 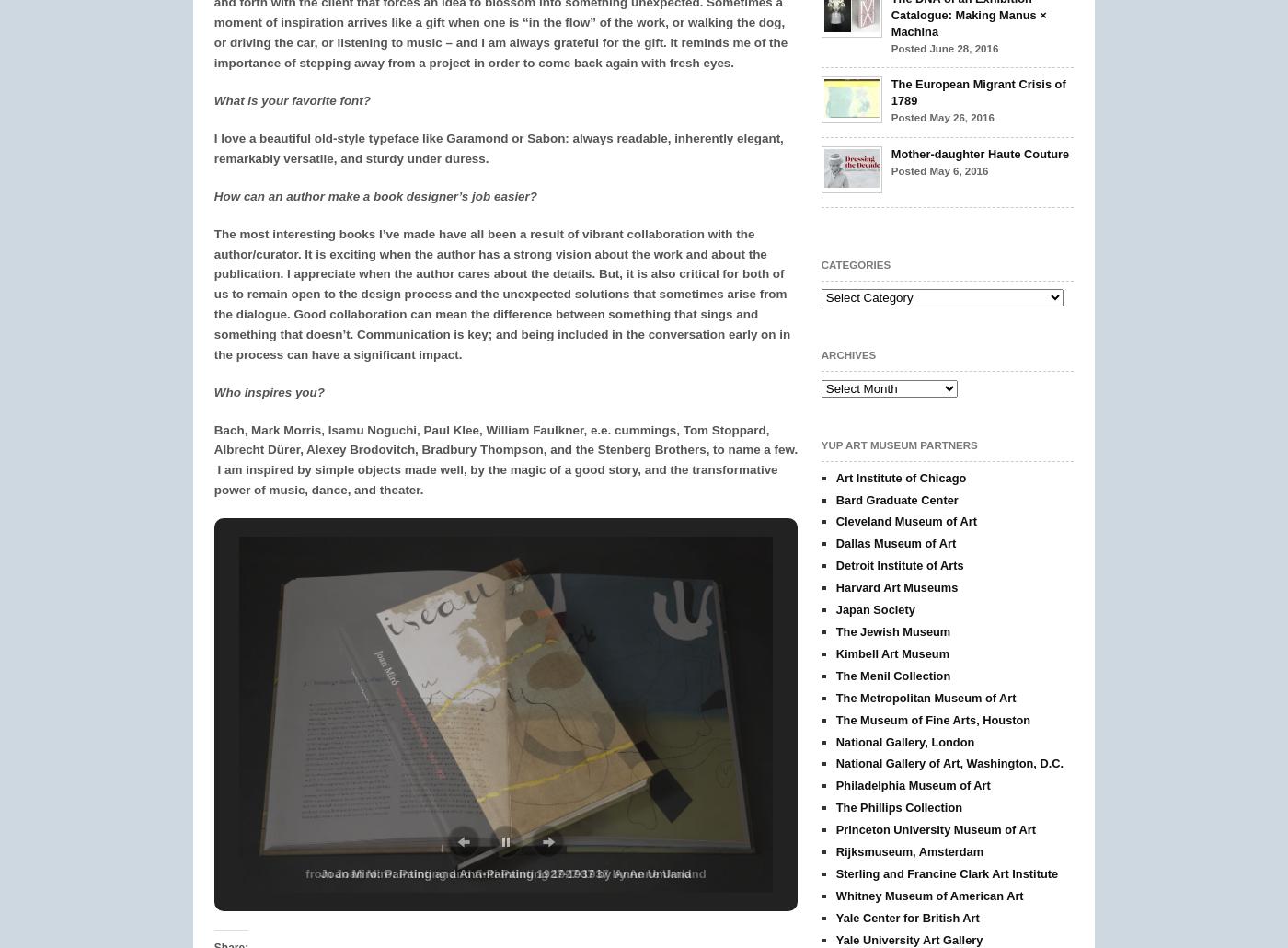 I want to click on 'The Jewish Museum', so click(x=892, y=630).